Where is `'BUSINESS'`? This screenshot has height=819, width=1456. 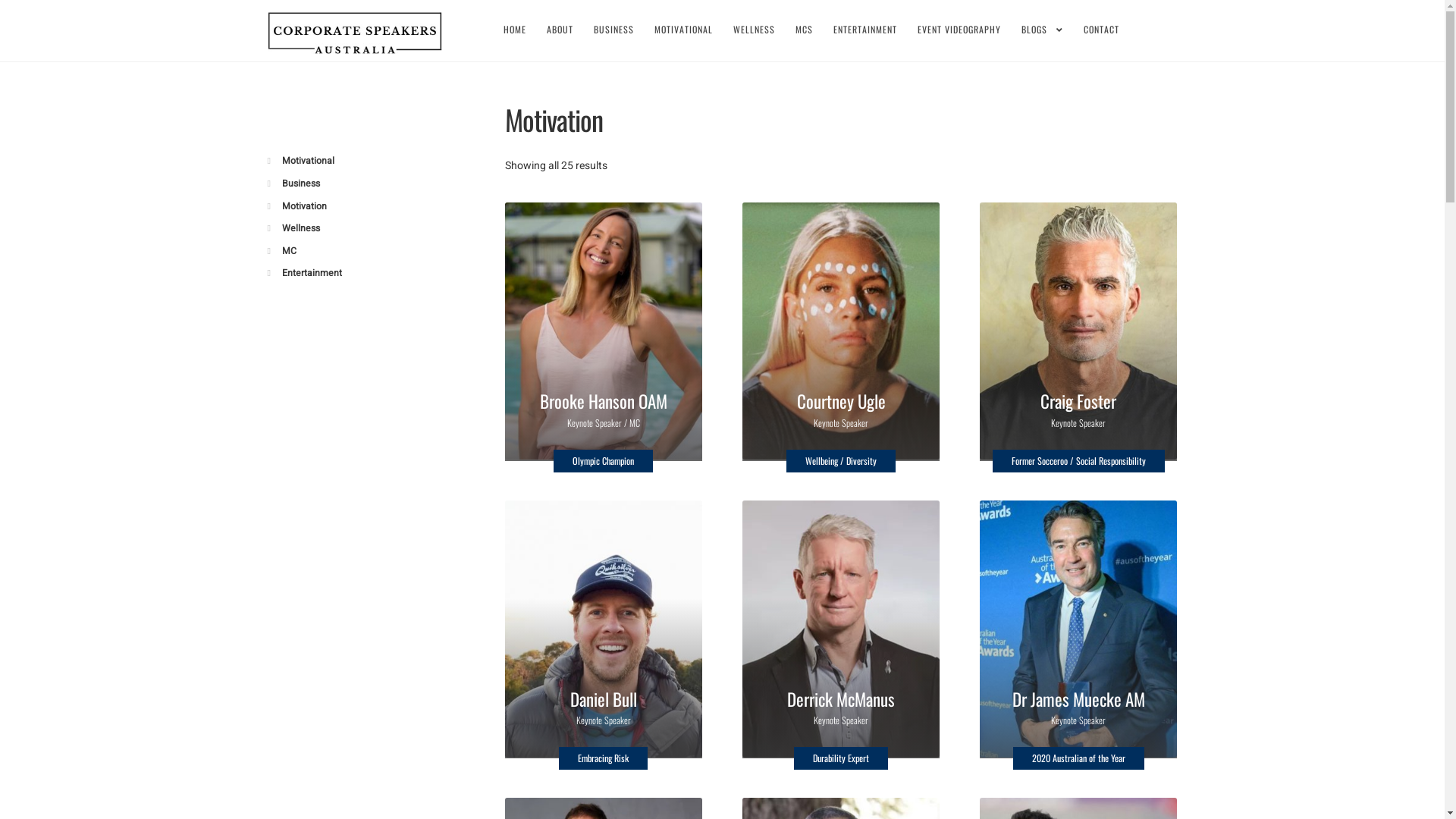 'BUSINESS' is located at coordinates (584, 29).